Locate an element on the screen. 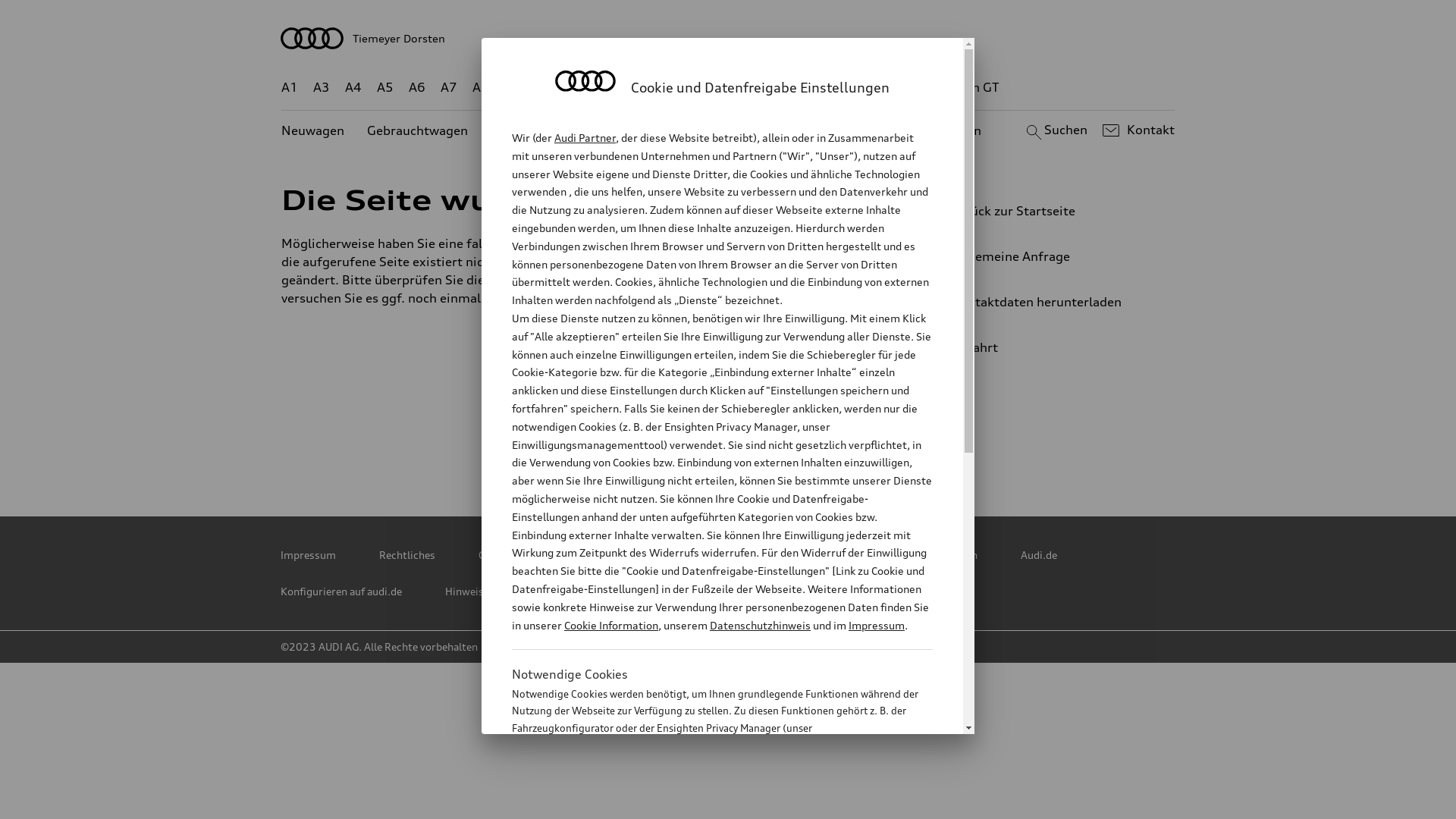 The height and width of the screenshot is (819, 1456). 'Allgemeine Anfrage' is located at coordinates (1043, 256).